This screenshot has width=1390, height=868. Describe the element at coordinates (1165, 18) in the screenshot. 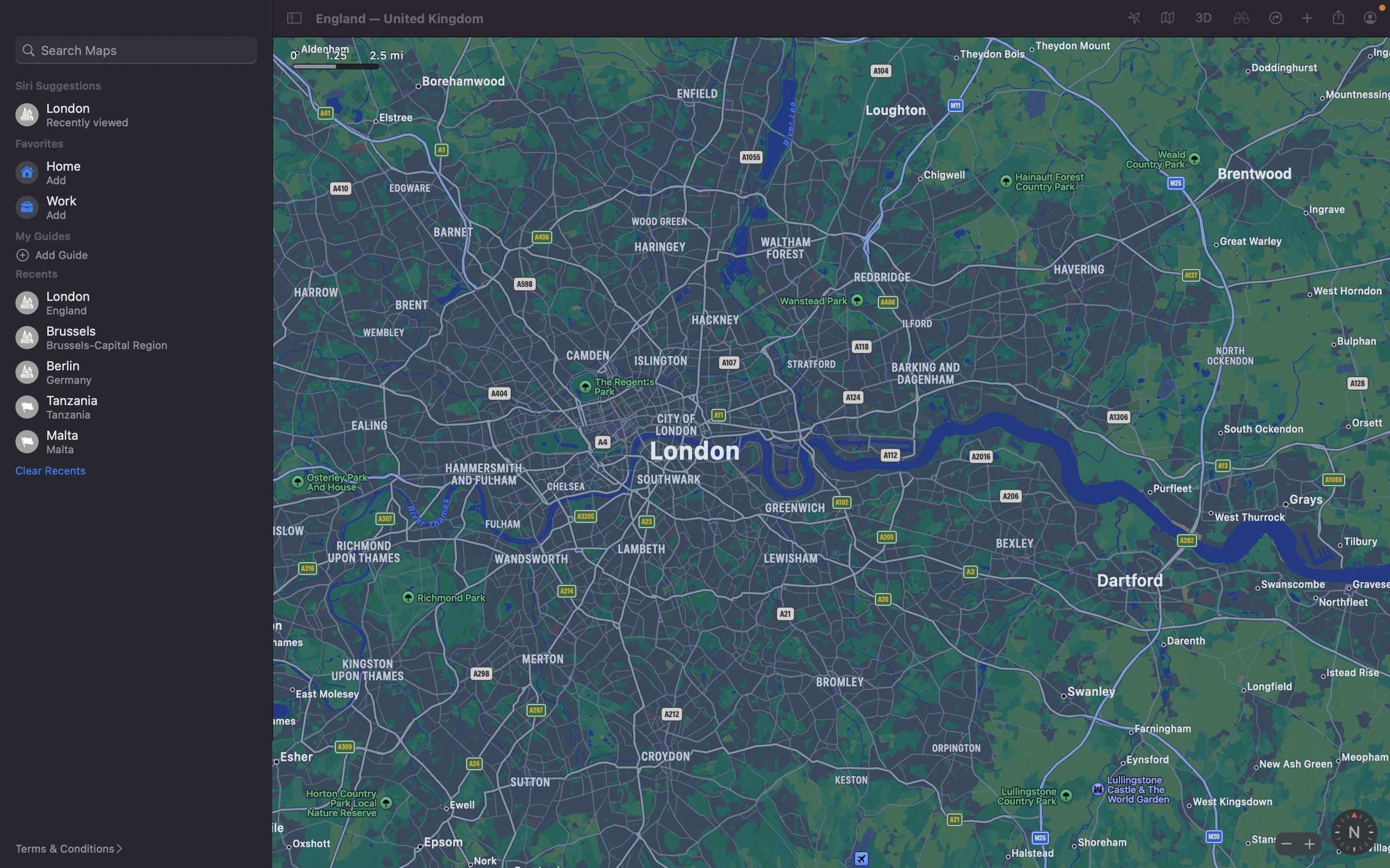

I see `the mode menu` at that location.